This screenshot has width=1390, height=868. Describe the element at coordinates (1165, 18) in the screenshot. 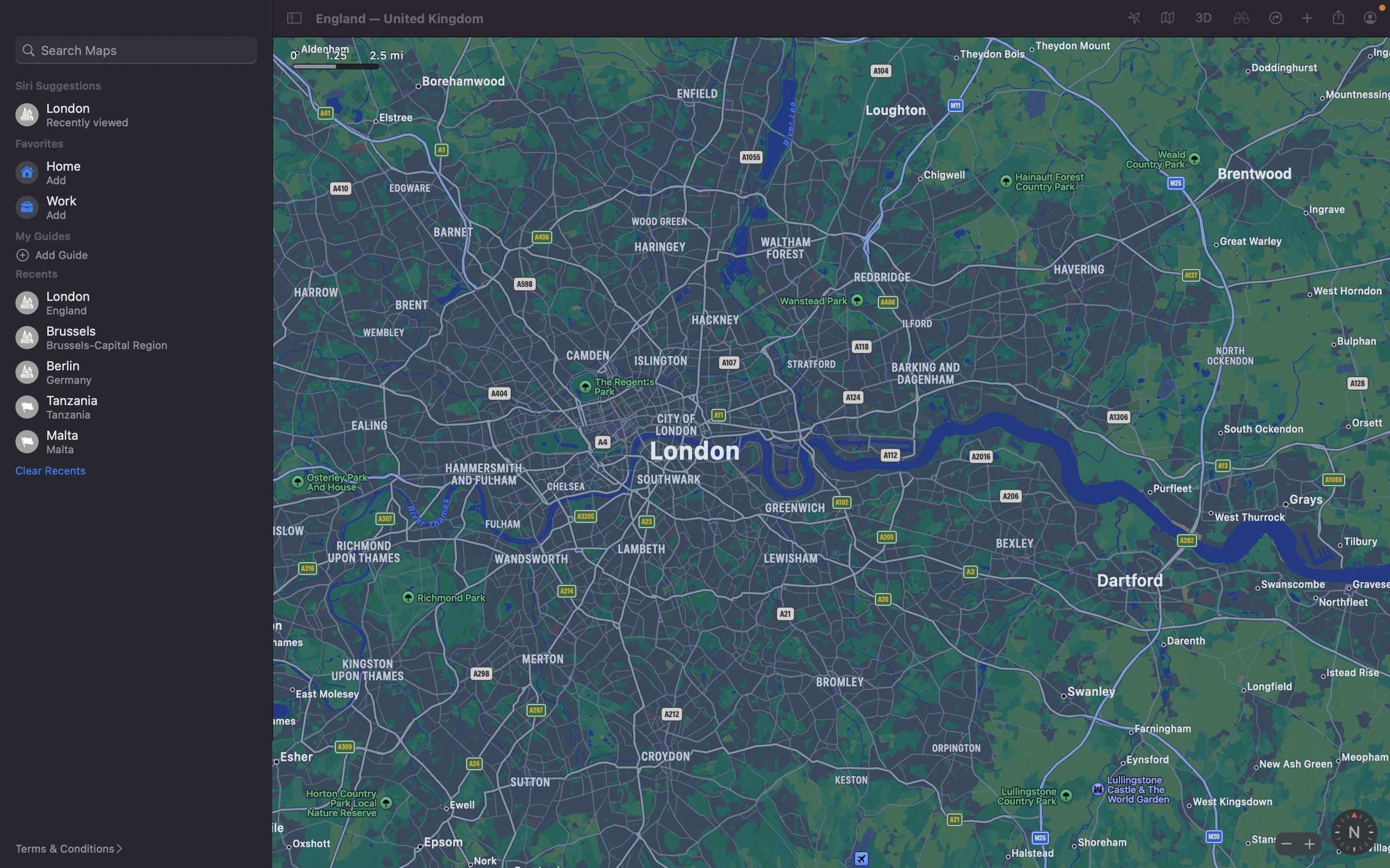

I see `the mode menu` at that location.